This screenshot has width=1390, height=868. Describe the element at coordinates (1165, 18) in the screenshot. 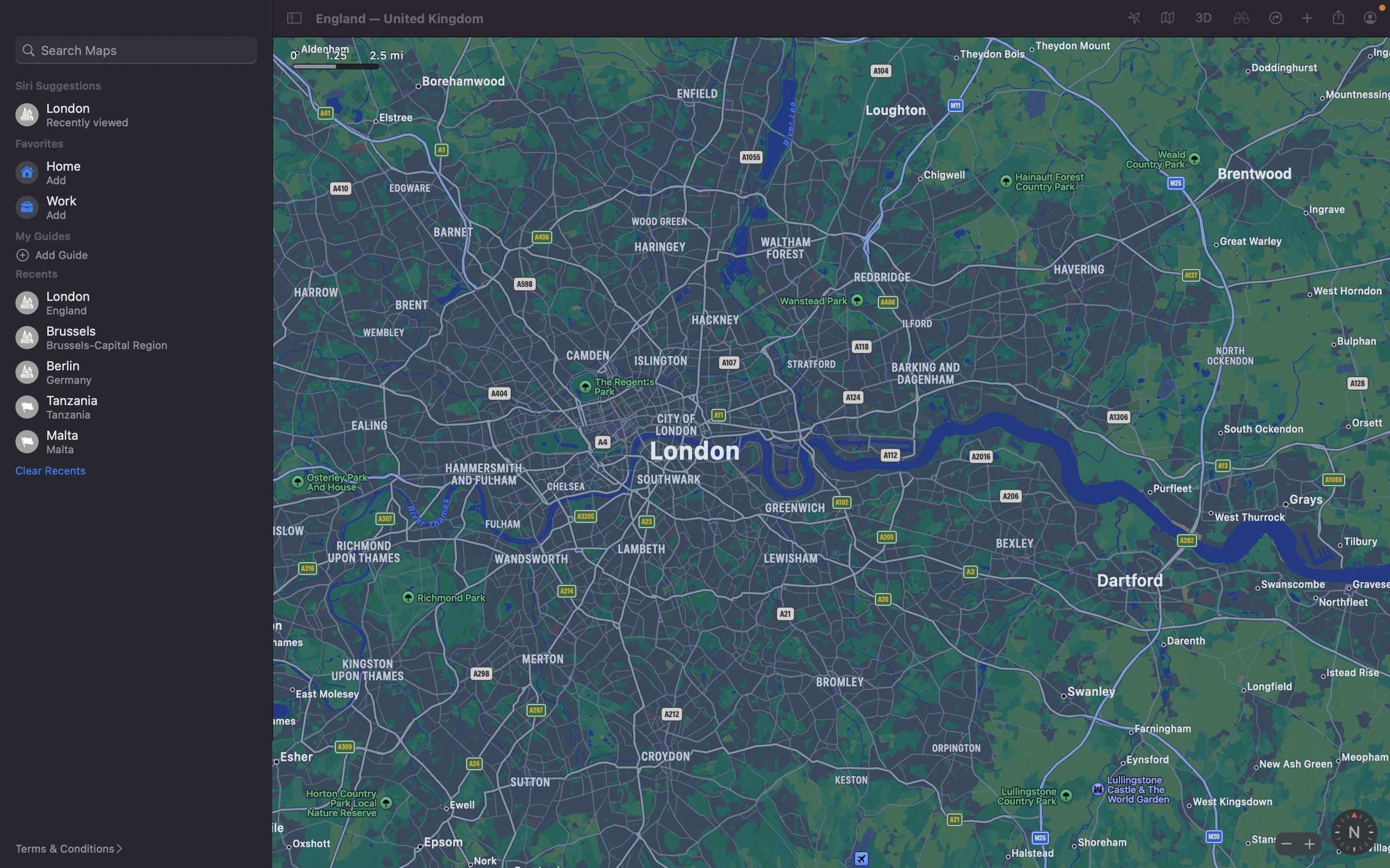

I see `the mode menu` at that location.